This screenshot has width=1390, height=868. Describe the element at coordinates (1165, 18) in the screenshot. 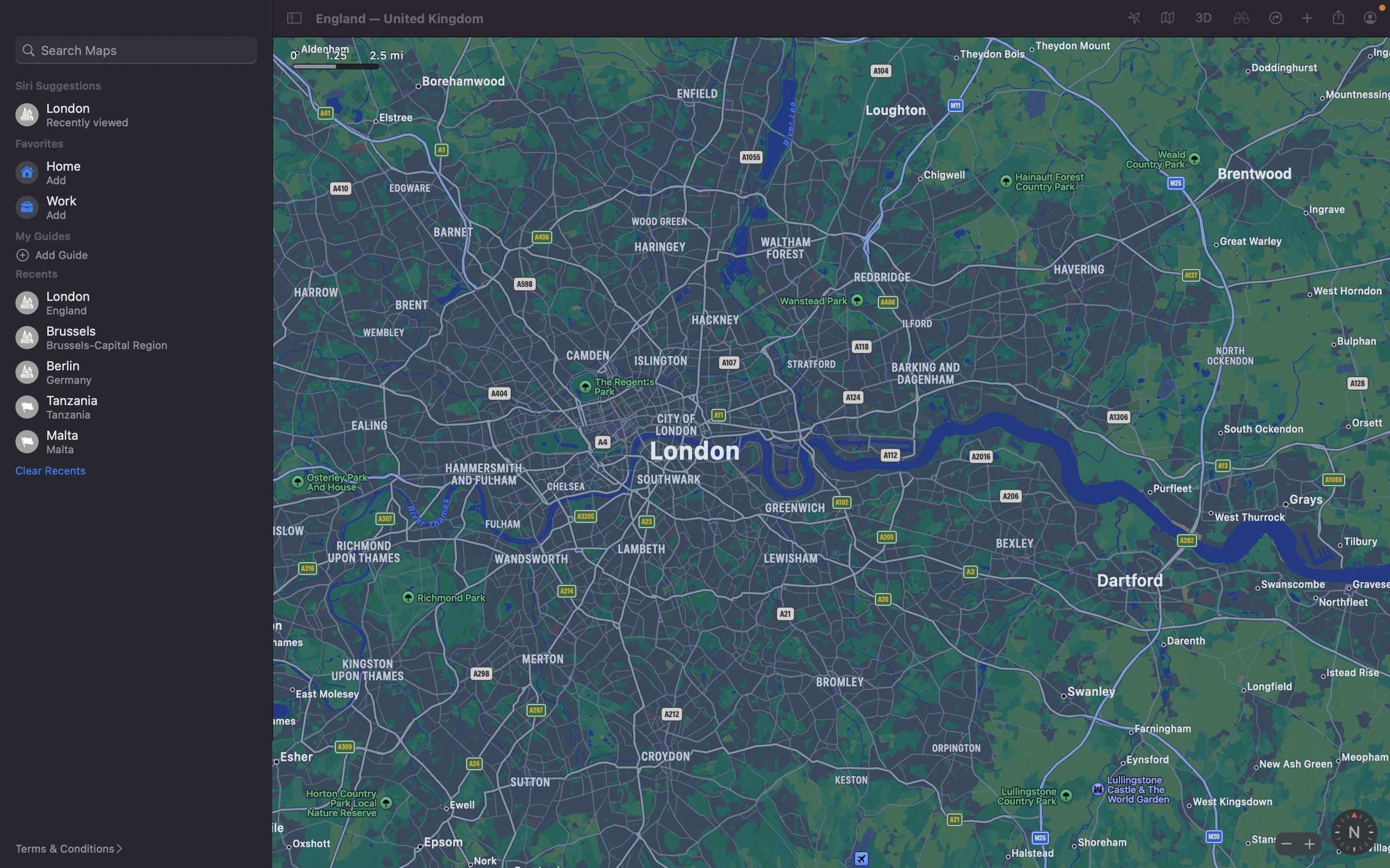

I see `the mode menu` at that location.